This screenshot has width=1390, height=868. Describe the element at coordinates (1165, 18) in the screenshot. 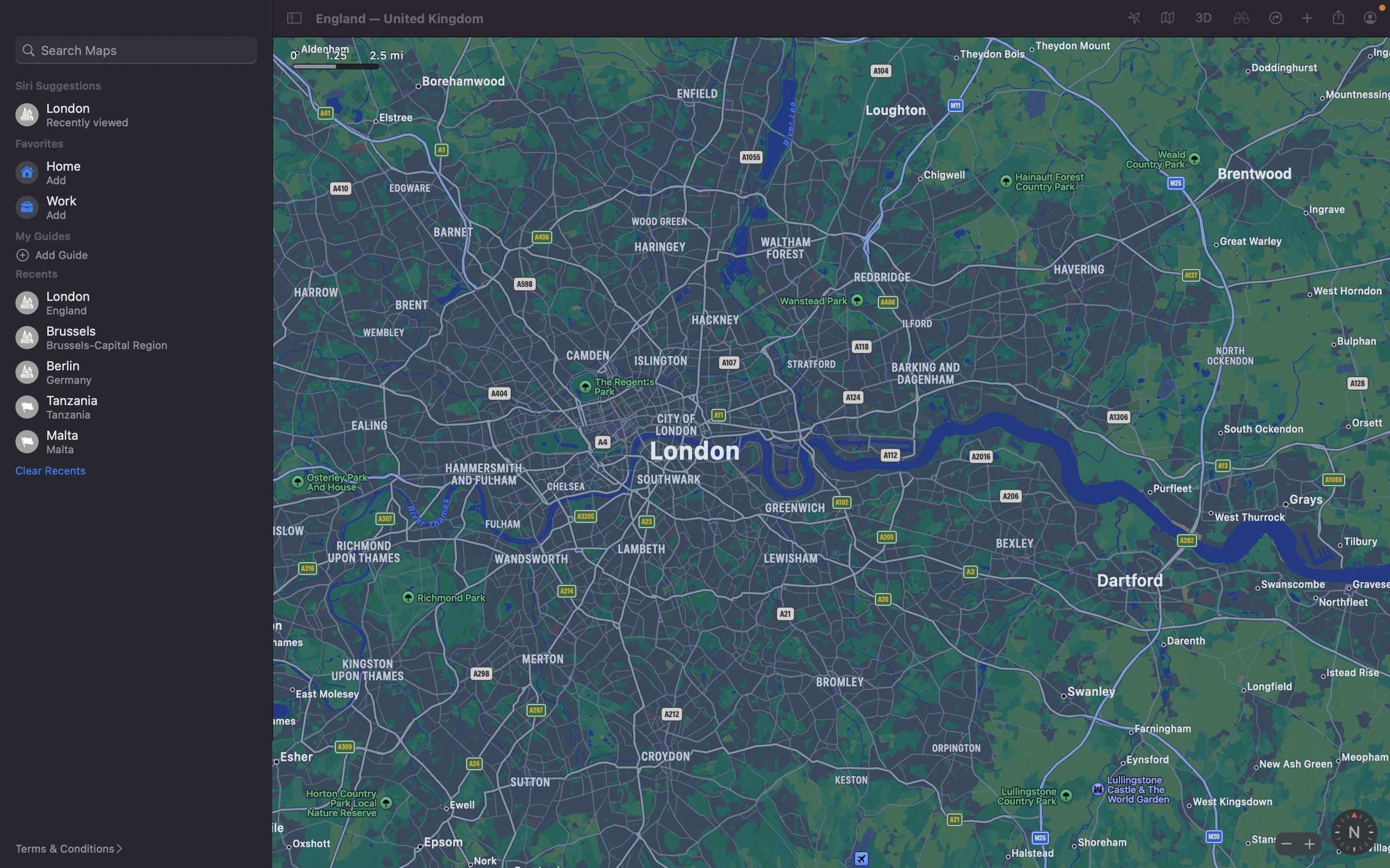

I see `the mode menu` at that location.